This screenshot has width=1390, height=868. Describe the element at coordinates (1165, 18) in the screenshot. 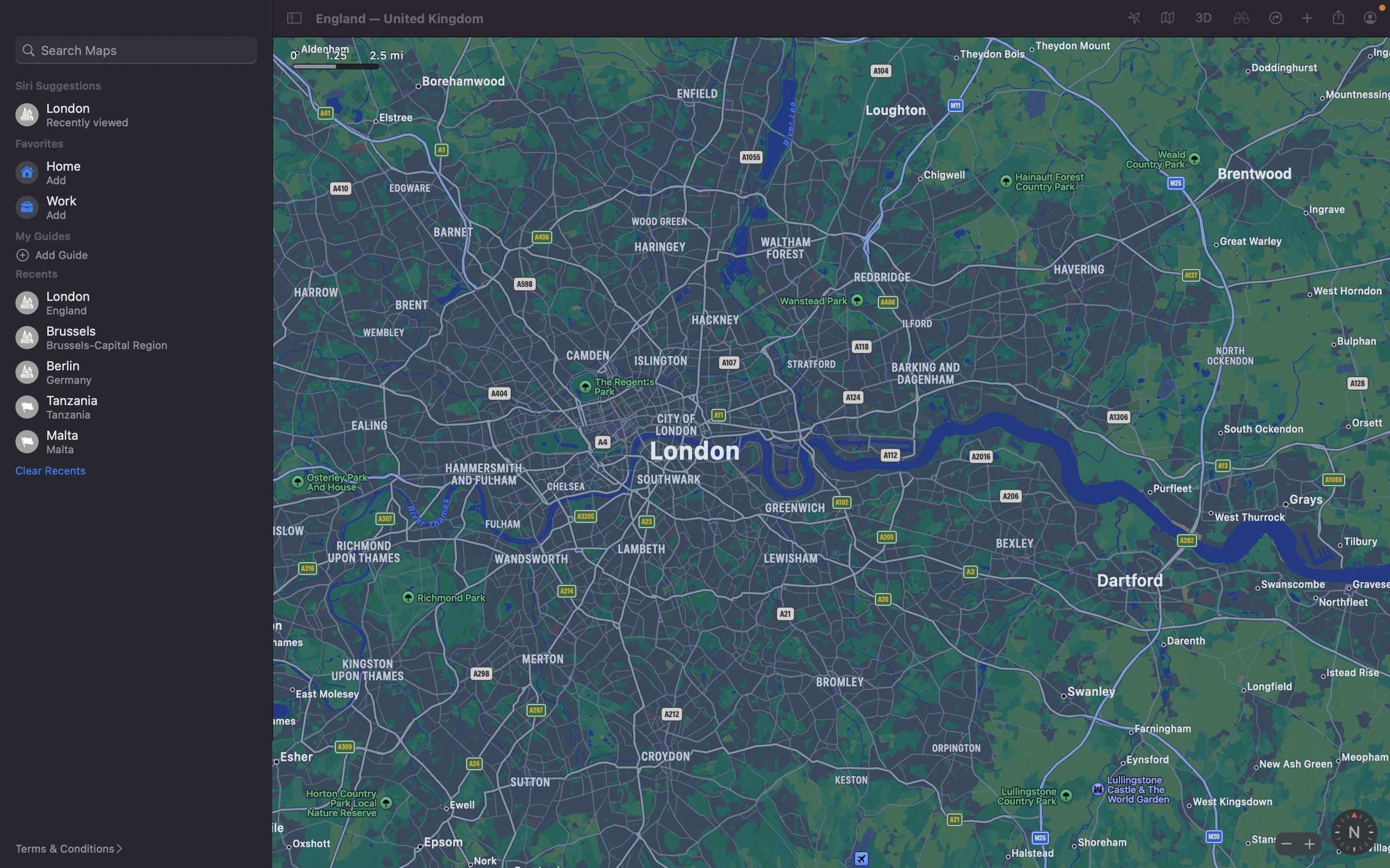

I see `the mode menu` at that location.